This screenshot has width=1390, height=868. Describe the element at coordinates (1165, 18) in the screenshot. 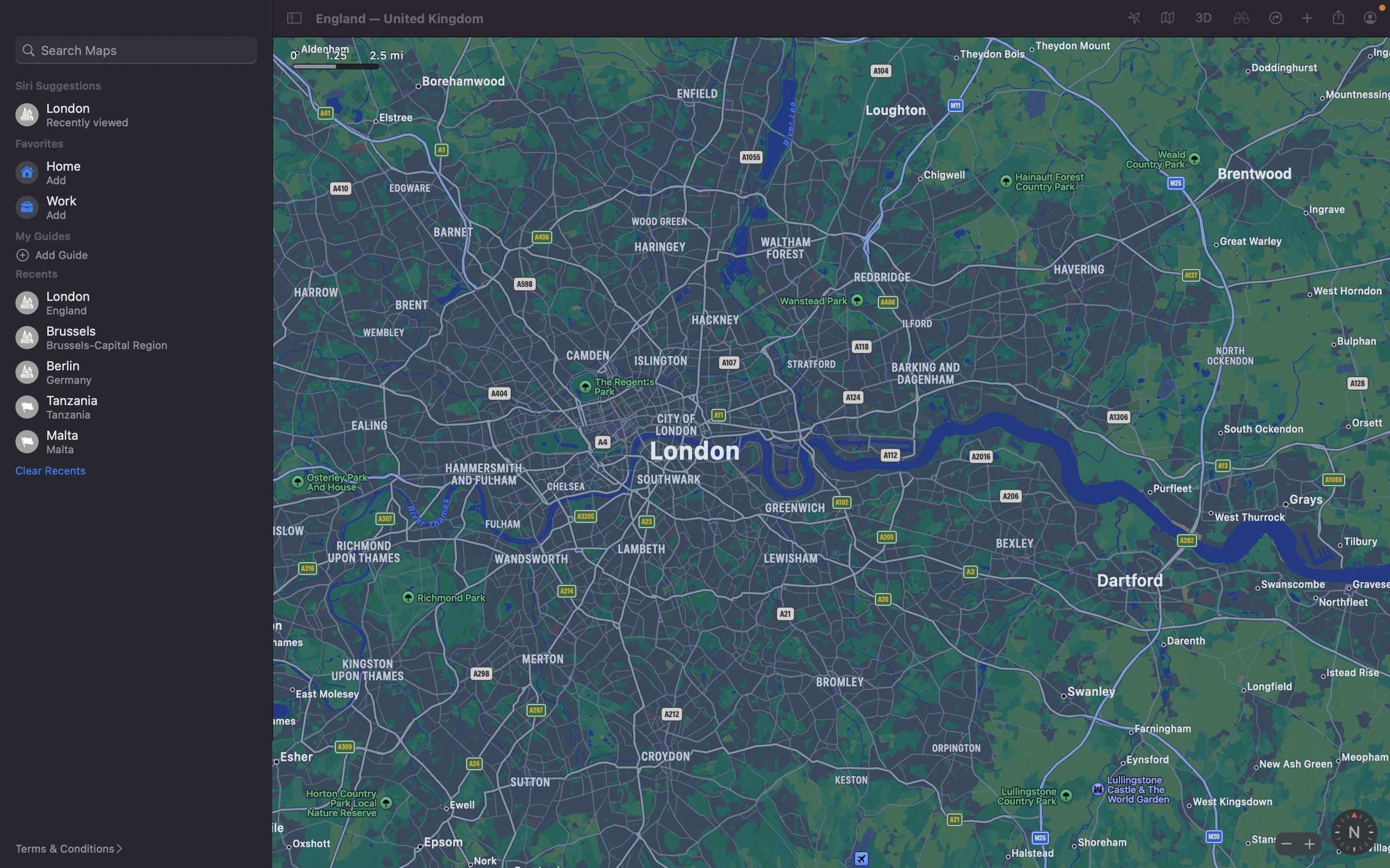

I see `the mode menu` at that location.